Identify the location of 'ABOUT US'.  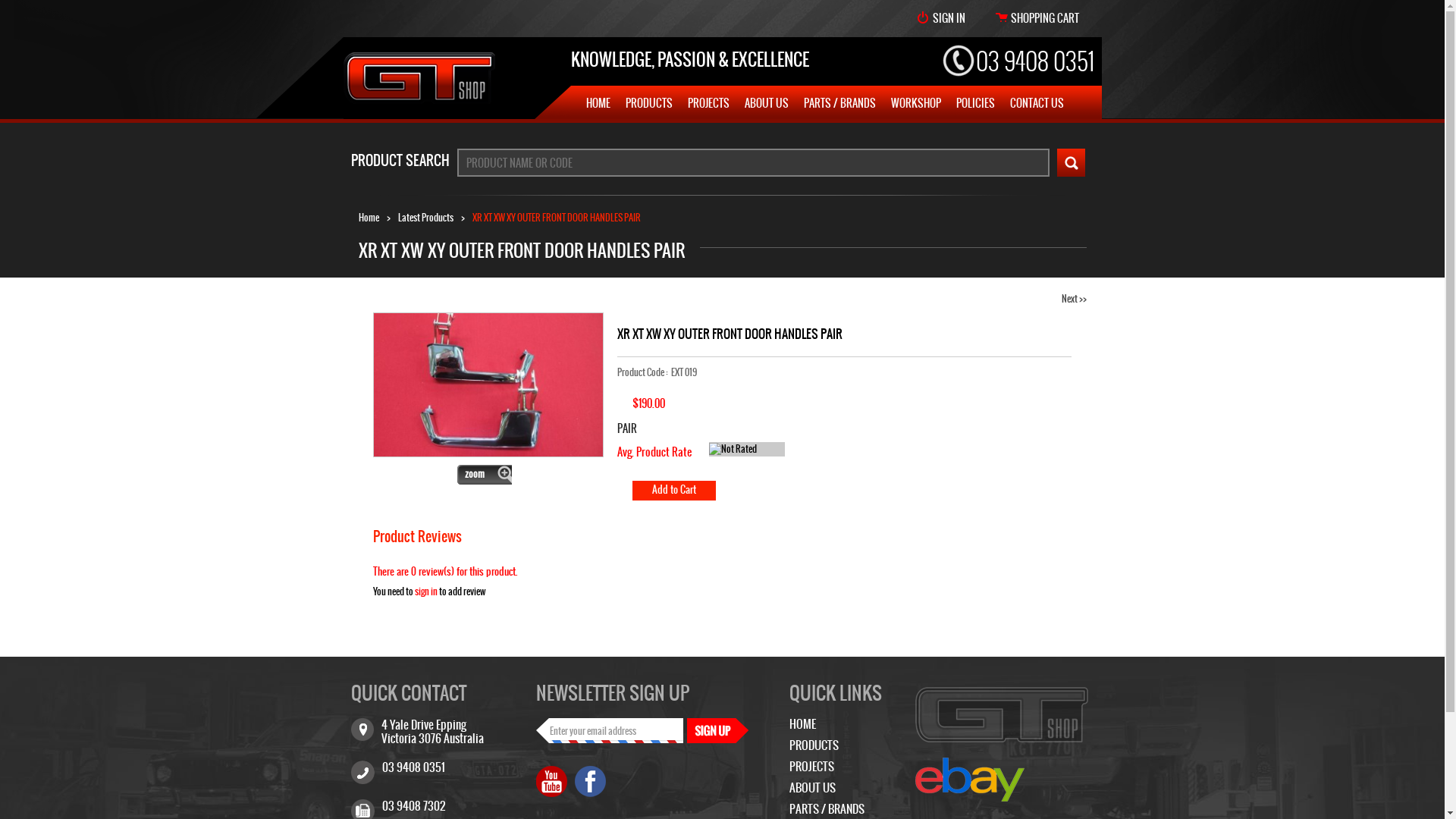
(811, 786).